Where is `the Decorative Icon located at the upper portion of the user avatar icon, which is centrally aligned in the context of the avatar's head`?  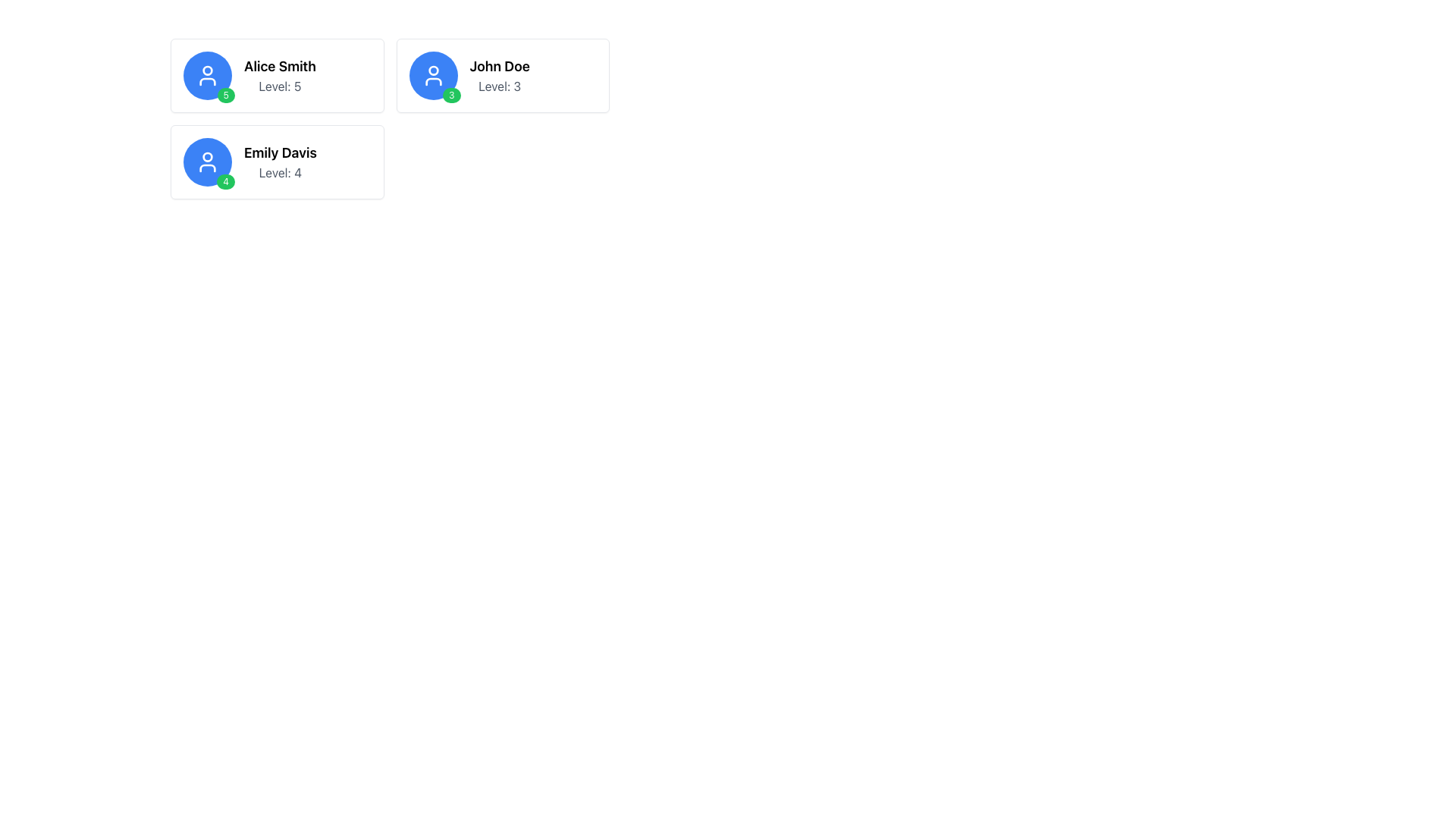 the Decorative Icon located at the upper portion of the user avatar icon, which is centrally aligned in the context of the avatar's head is located at coordinates (206, 70).